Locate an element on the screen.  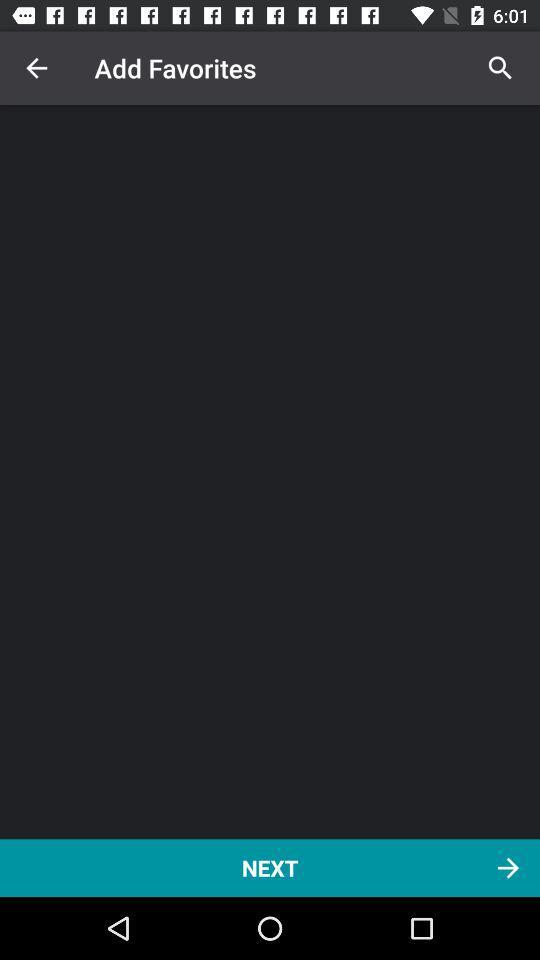
icon to the left of the add favorites item is located at coordinates (36, 68).